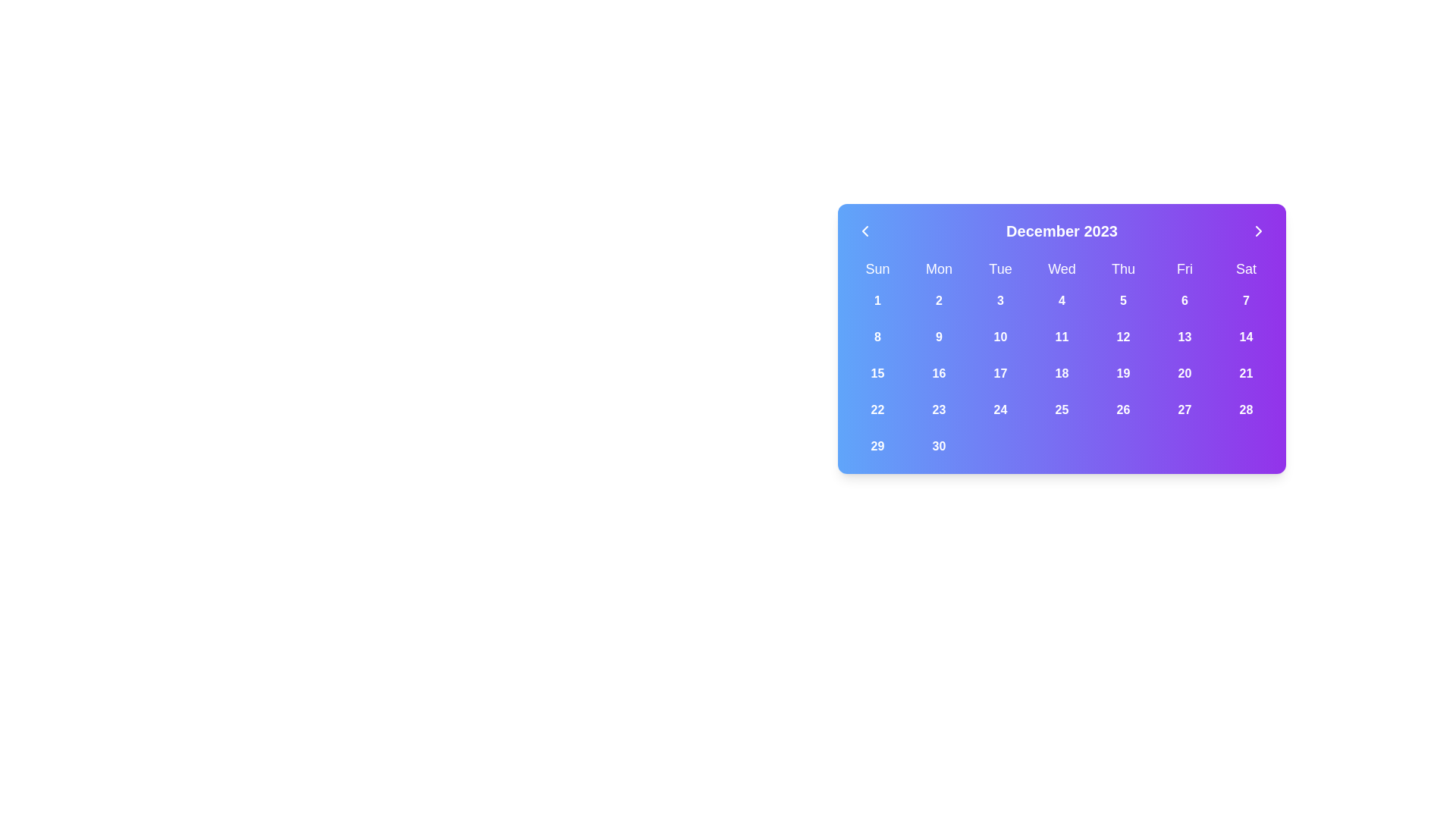  What do you see at coordinates (1184, 409) in the screenshot?
I see `the button labeled '27' in the calendar grid for Friday, December 27th` at bounding box center [1184, 409].